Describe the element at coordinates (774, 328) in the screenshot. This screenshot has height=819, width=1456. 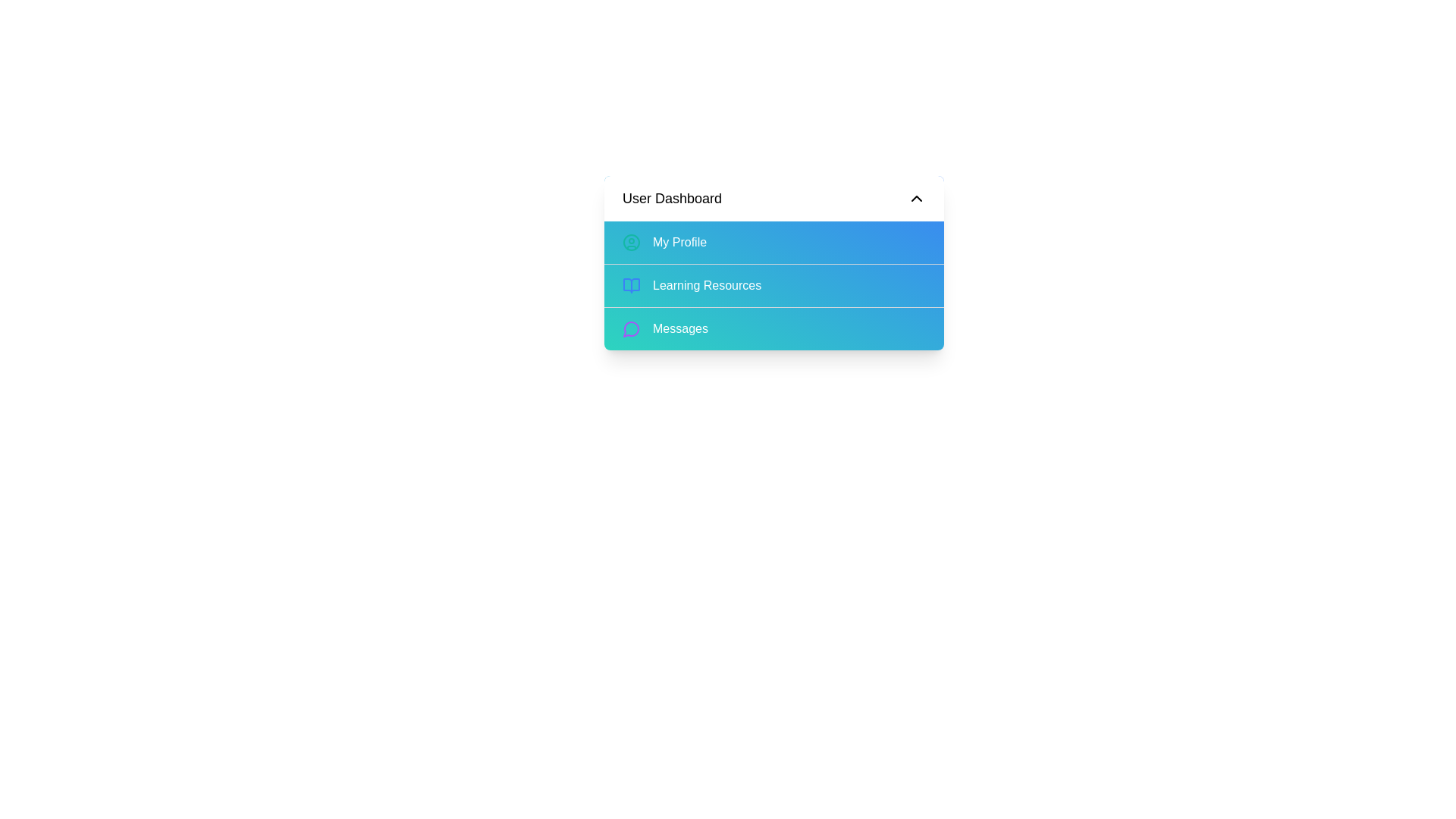
I see `the 'Messages' option in the menu` at that location.